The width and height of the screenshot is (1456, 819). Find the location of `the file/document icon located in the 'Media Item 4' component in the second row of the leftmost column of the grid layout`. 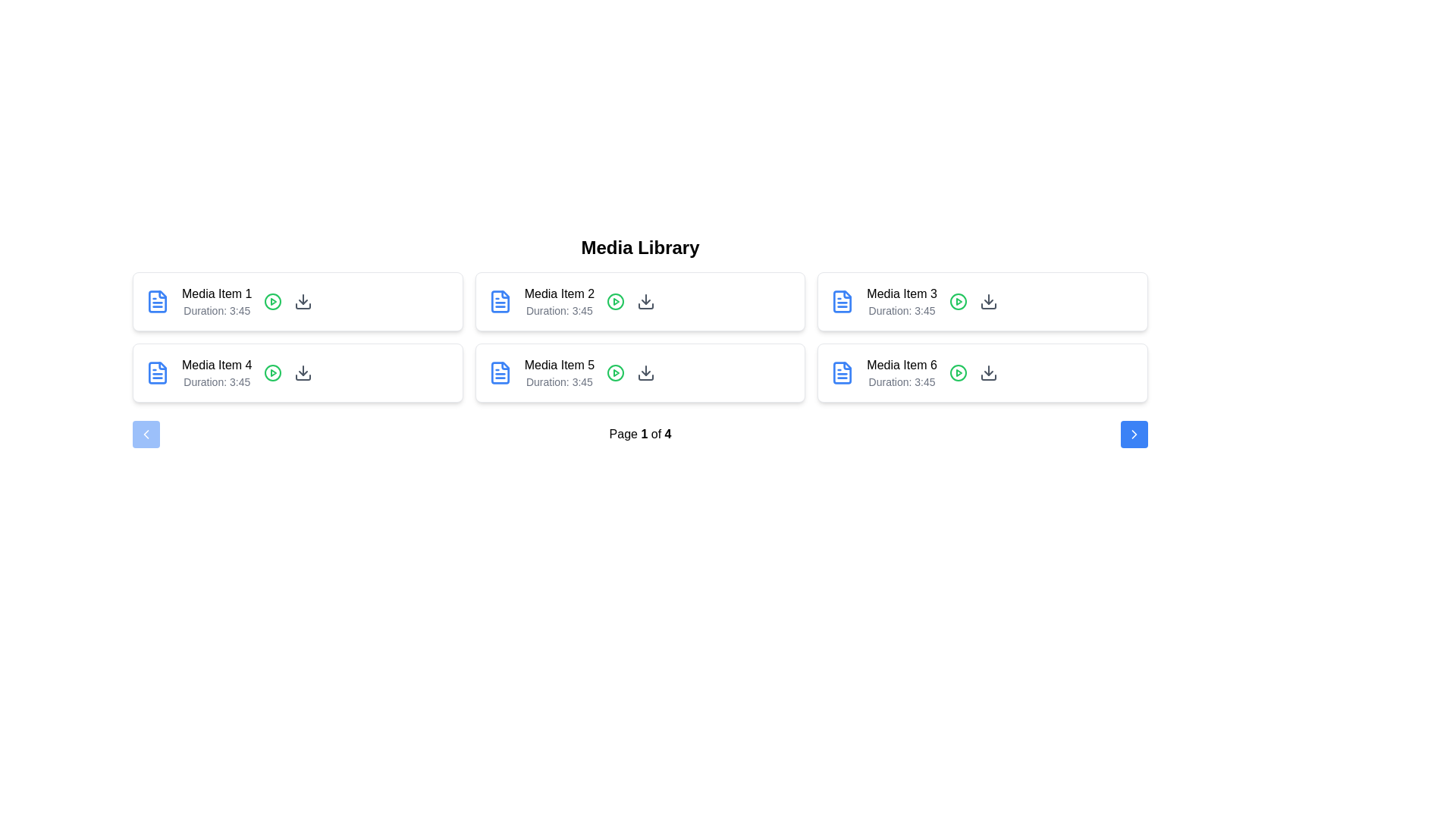

the file/document icon located in the 'Media Item 4' component in the second row of the leftmost column of the grid layout is located at coordinates (157, 373).